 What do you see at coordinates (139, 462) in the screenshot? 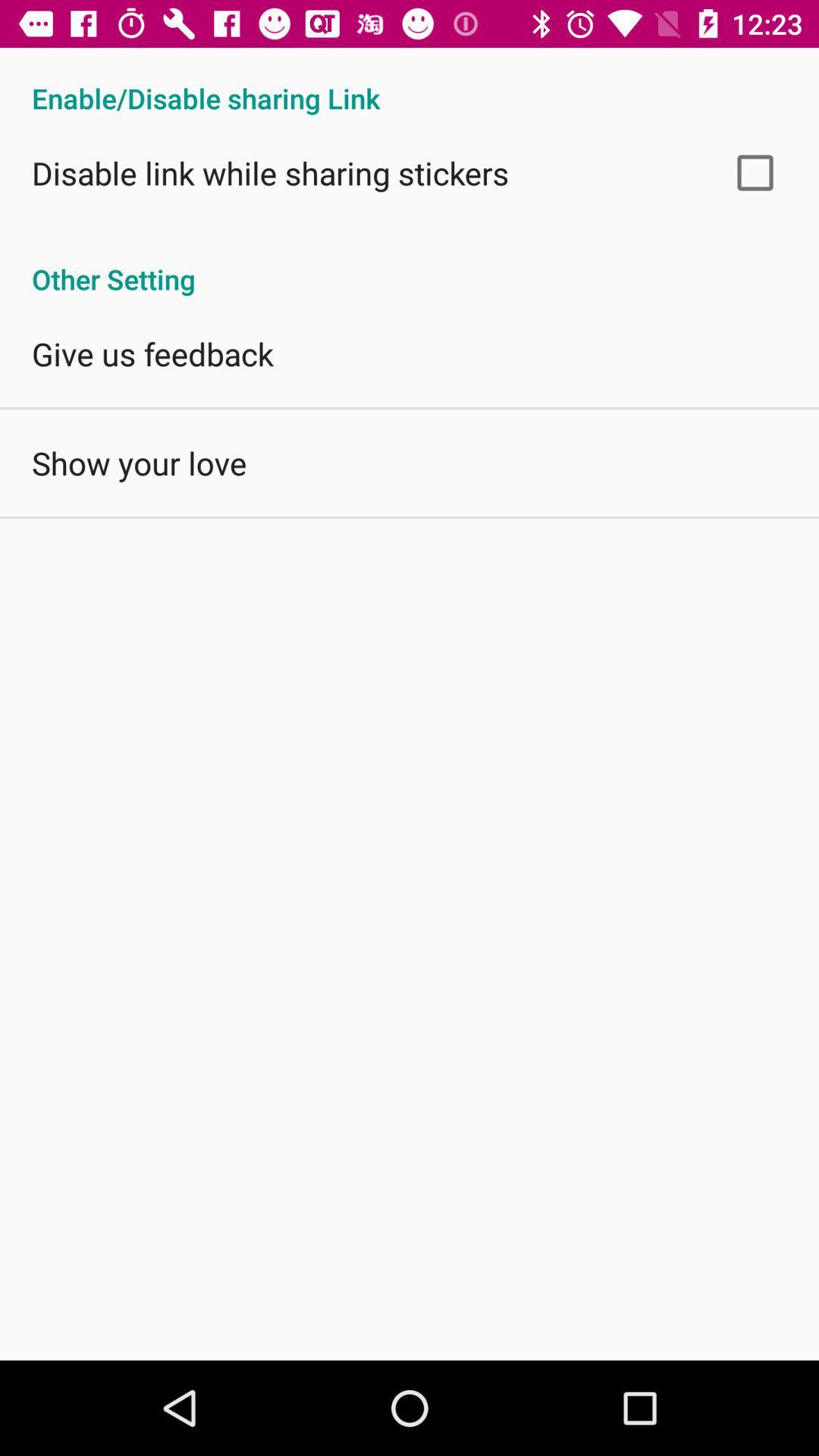
I see `show your love app` at bounding box center [139, 462].